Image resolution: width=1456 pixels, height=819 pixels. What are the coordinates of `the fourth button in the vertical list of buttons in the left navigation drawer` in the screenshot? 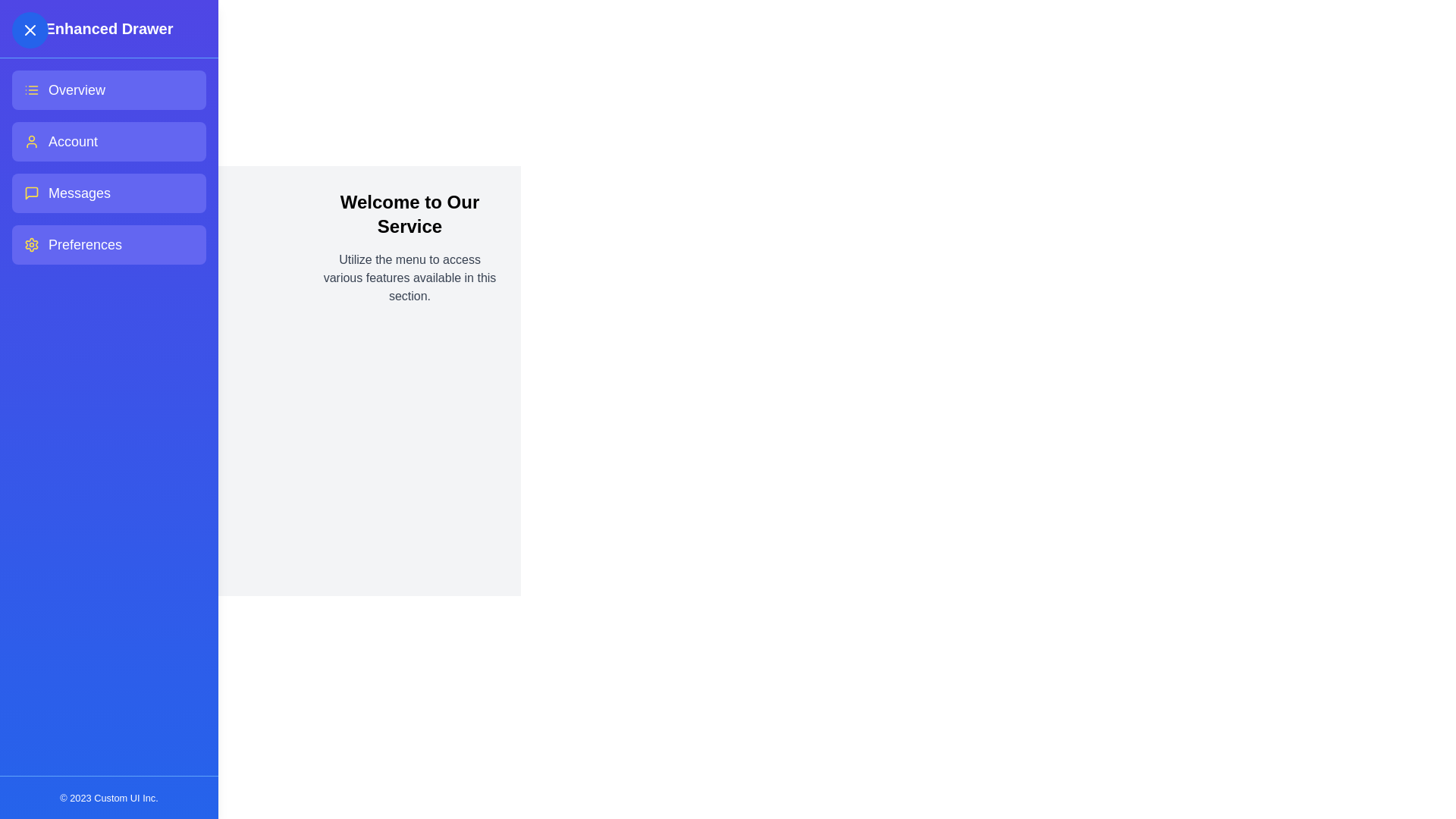 It's located at (108, 244).